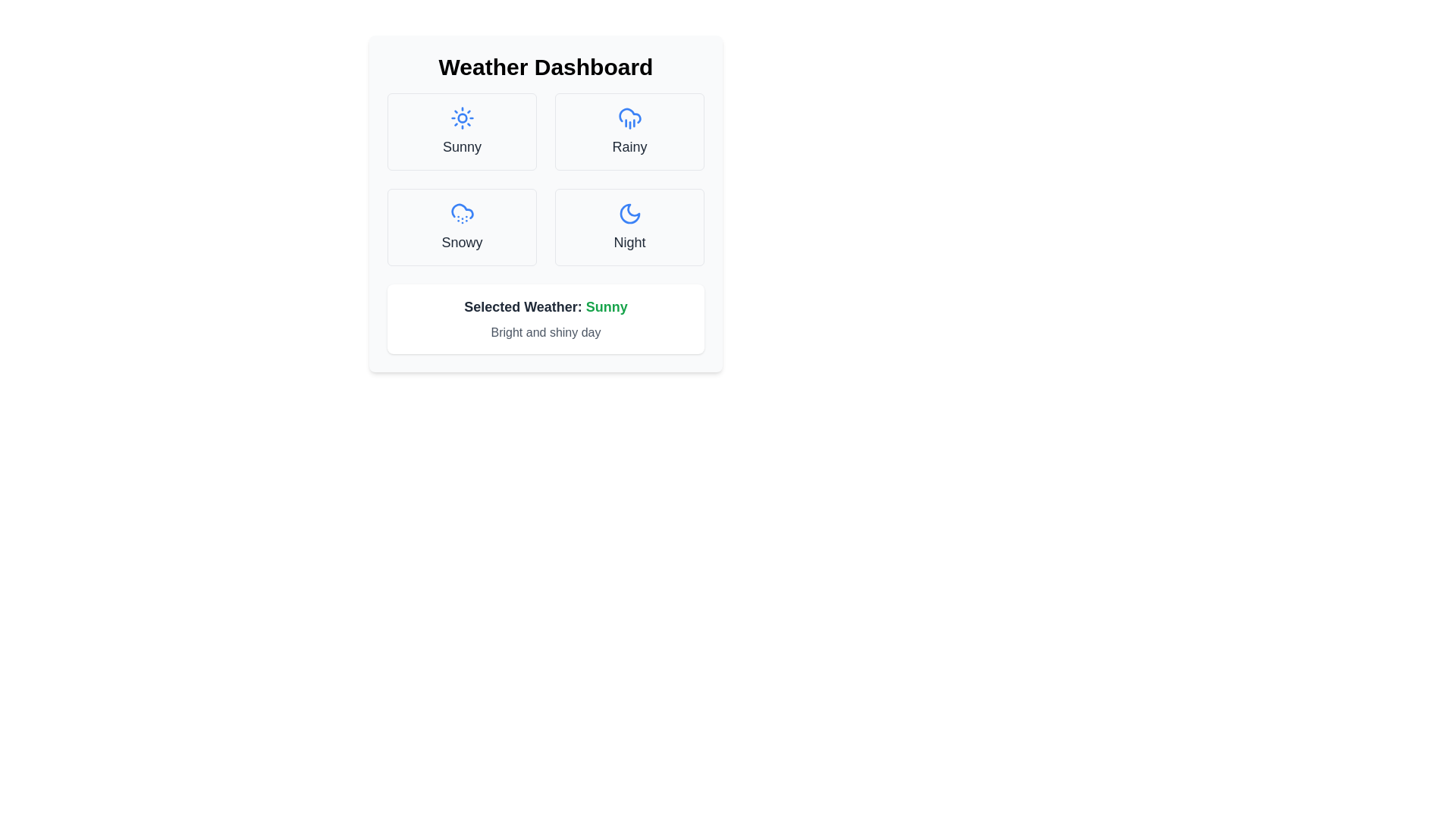 This screenshot has width=1456, height=819. What do you see at coordinates (461, 117) in the screenshot?
I see `the SVG sun icon located in the top-left corner of the weather dashboard, which is styled in blue with rays indicating sunlight` at bounding box center [461, 117].